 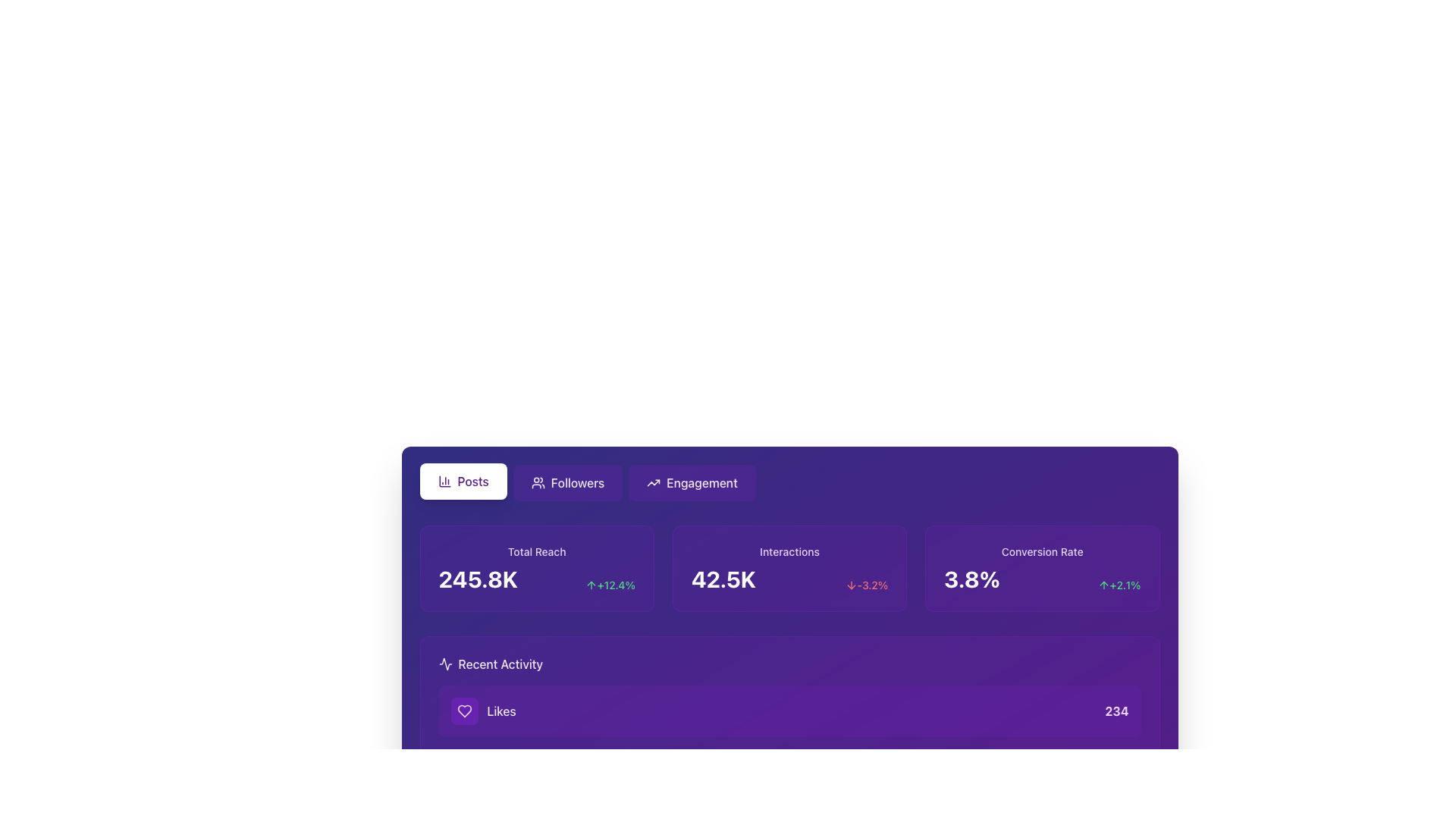 I want to click on displayed metric value '245.8K' and percentage change '+12.4%' from the Metric display within the purple card titled 'Total Reach' located in the top-left corner of the dashboard, so click(x=537, y=579).